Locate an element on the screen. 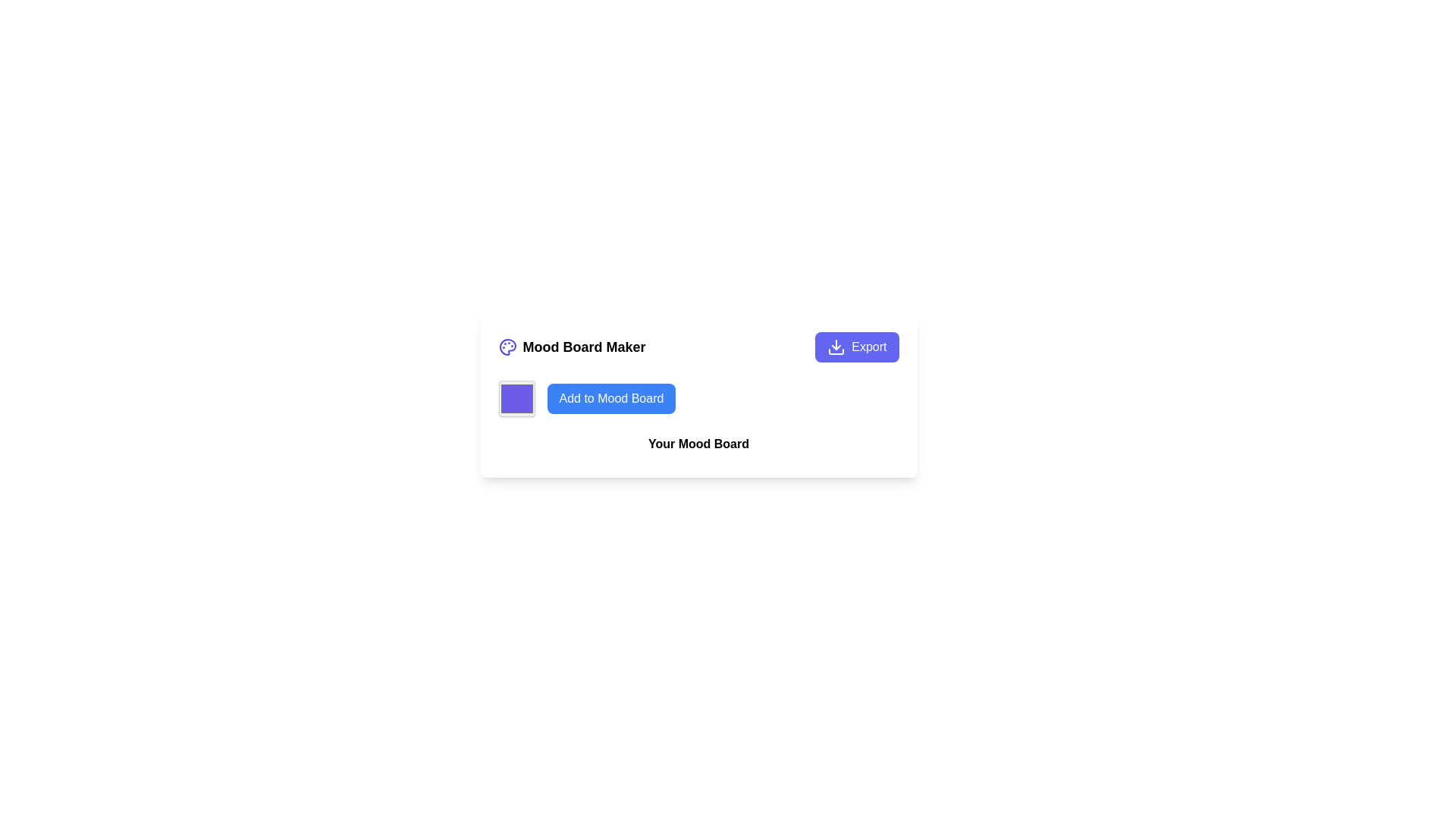 The height and width of the screenshot is (819, 1456). the download icon, which is a white arrow pointing downwards into an open rectangle, located at the top-right corner of the Export button is located at coordinates (836, 347).